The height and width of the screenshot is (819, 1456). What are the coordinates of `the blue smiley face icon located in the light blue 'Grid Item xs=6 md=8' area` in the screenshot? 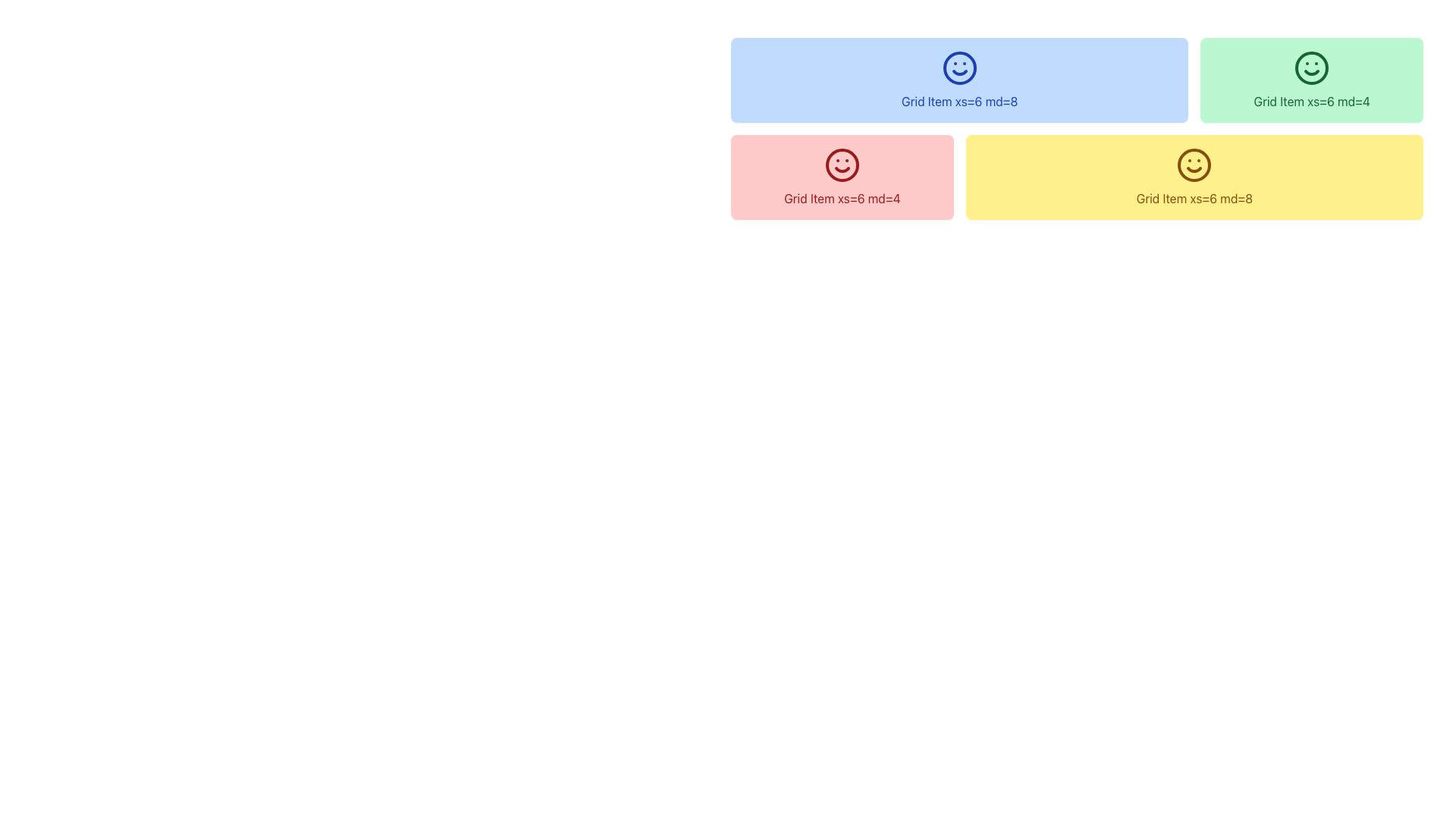 It's located at (959, 67).